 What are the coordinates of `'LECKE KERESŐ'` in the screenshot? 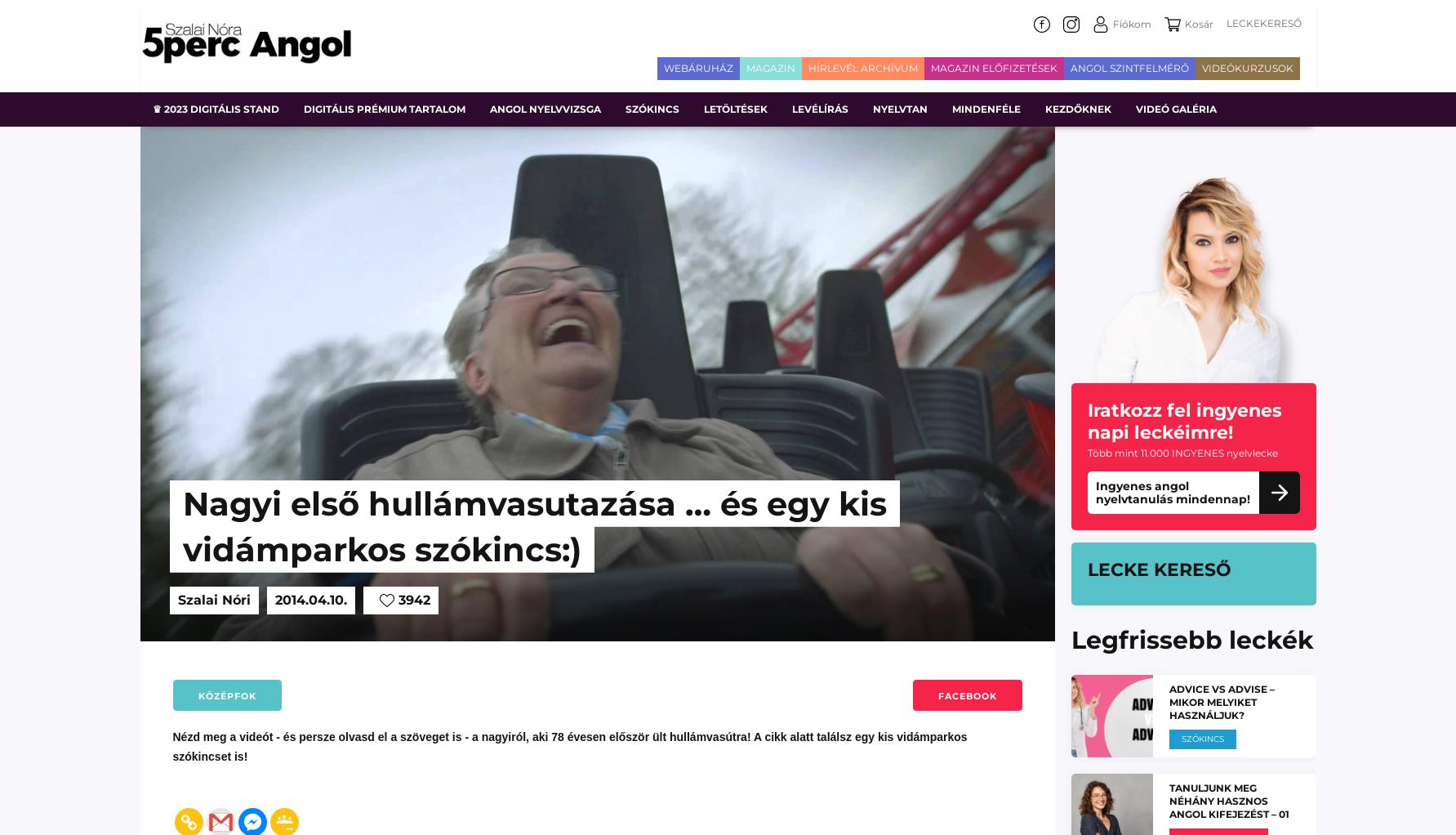 It's located at (1086, 569).